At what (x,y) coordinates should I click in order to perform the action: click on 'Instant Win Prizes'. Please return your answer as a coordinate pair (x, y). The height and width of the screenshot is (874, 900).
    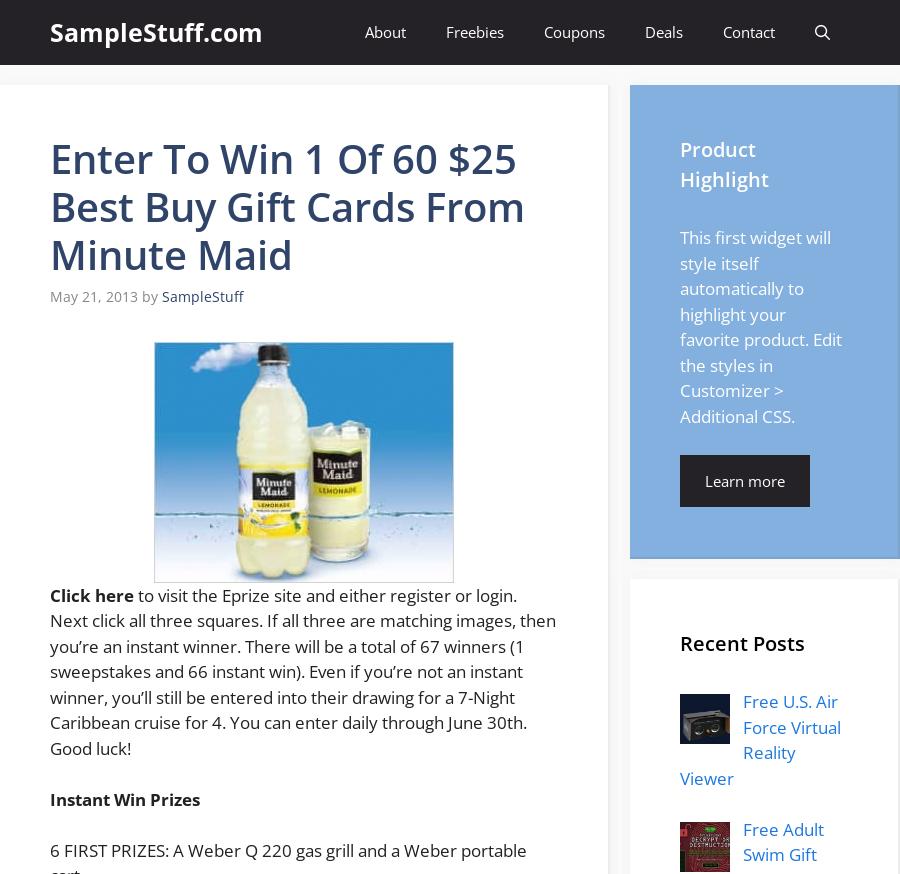
    Looking at the image, I should click on (125, 797).